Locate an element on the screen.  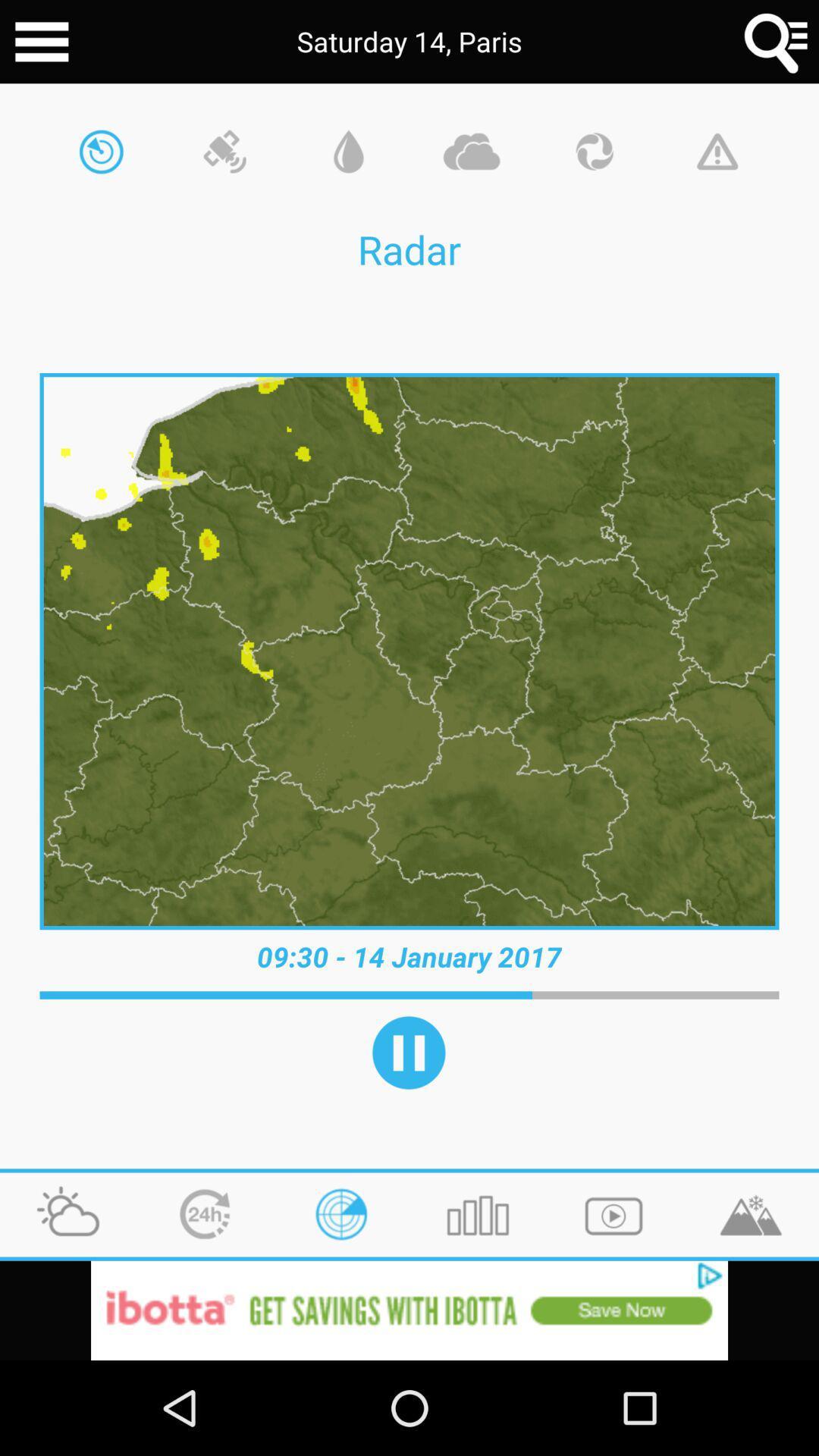
the search icon is located at coordinates (777, 44).